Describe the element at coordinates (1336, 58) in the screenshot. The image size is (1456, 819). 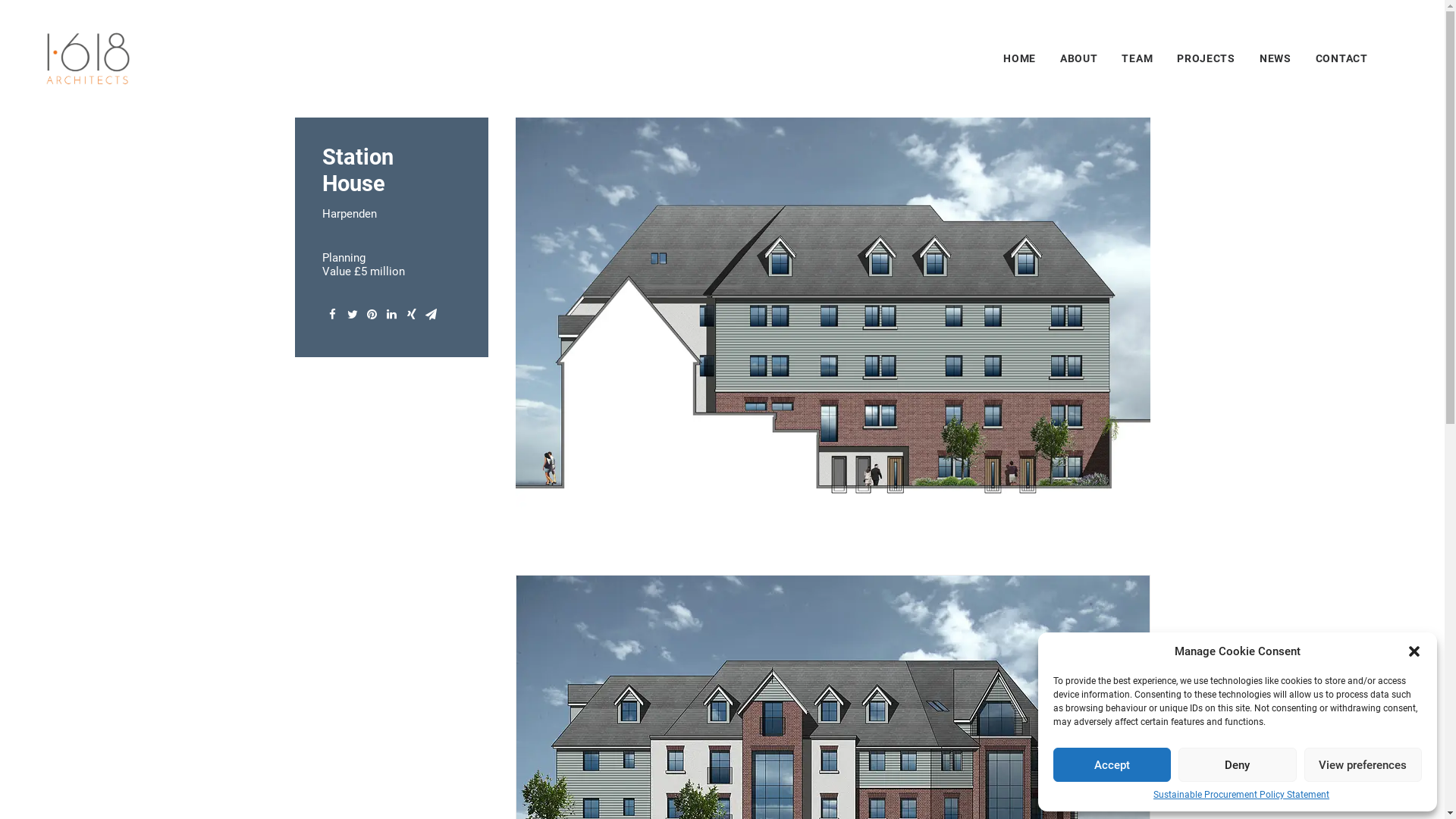
I see `'CONTACT'` at that location.